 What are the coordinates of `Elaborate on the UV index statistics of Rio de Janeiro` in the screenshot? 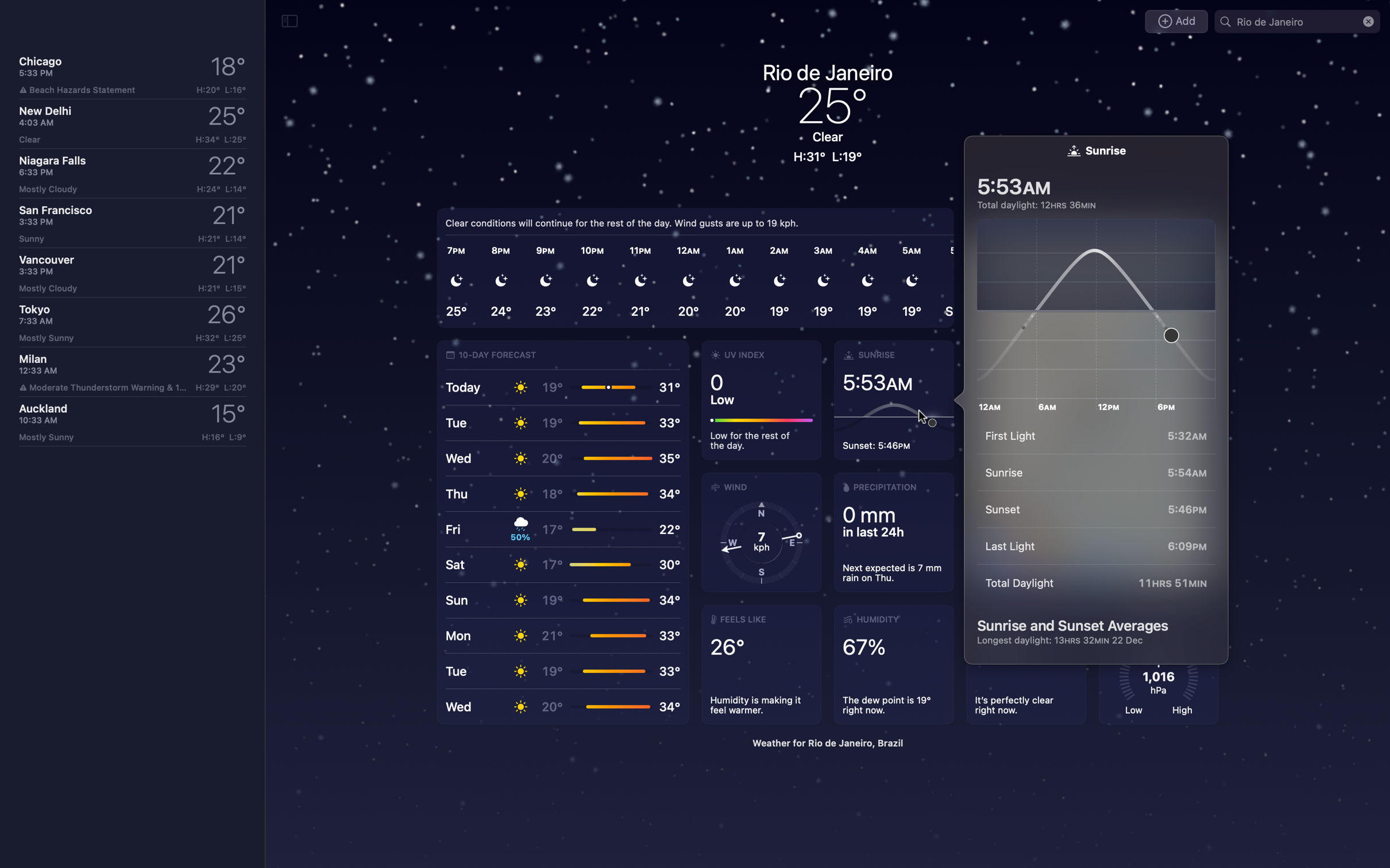 It's located at (761, 401).